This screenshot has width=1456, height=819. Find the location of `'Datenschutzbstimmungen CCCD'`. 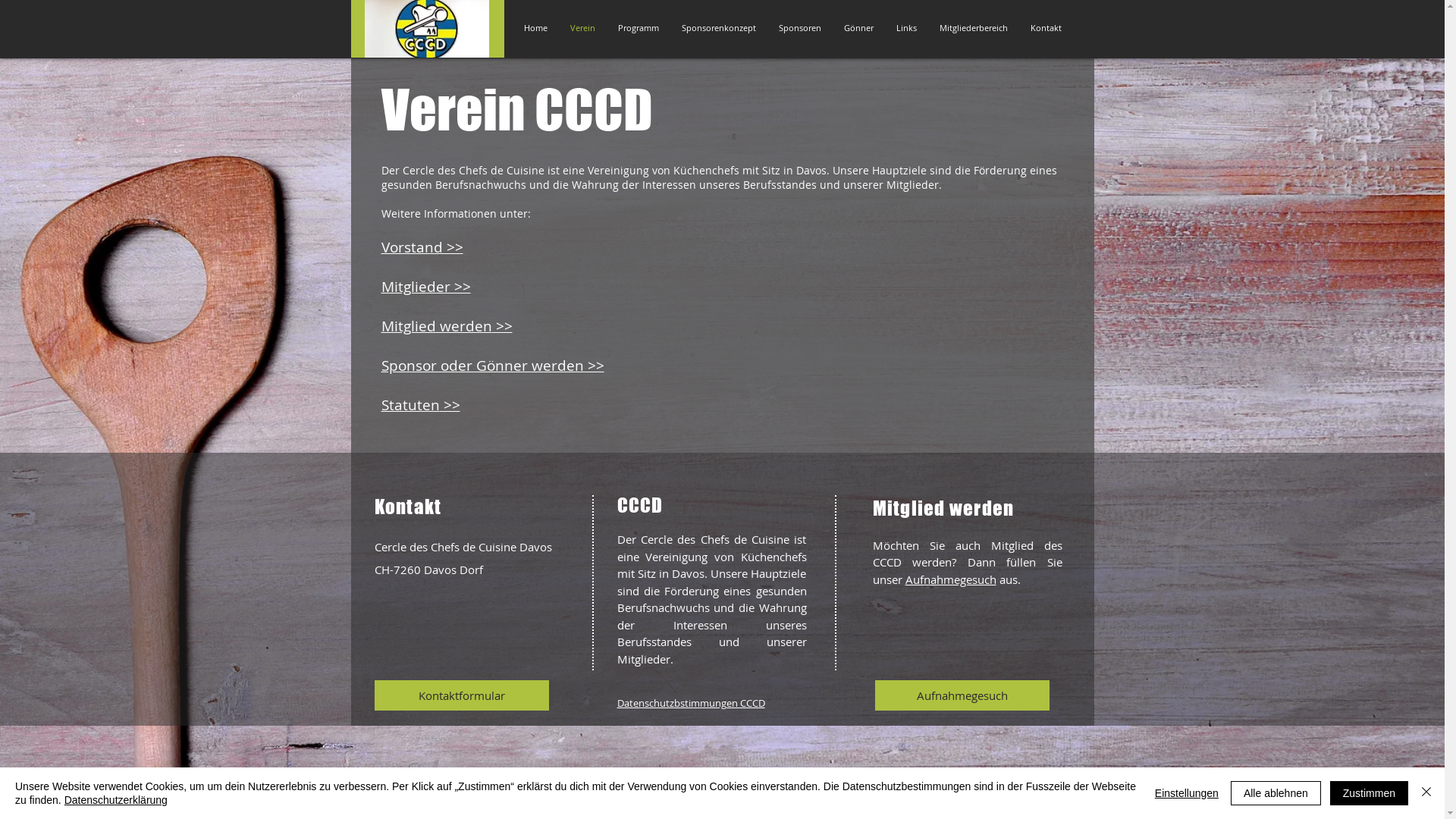

'Datenschutzbstimmungen CCCD' is located at coordinates (690, 702).